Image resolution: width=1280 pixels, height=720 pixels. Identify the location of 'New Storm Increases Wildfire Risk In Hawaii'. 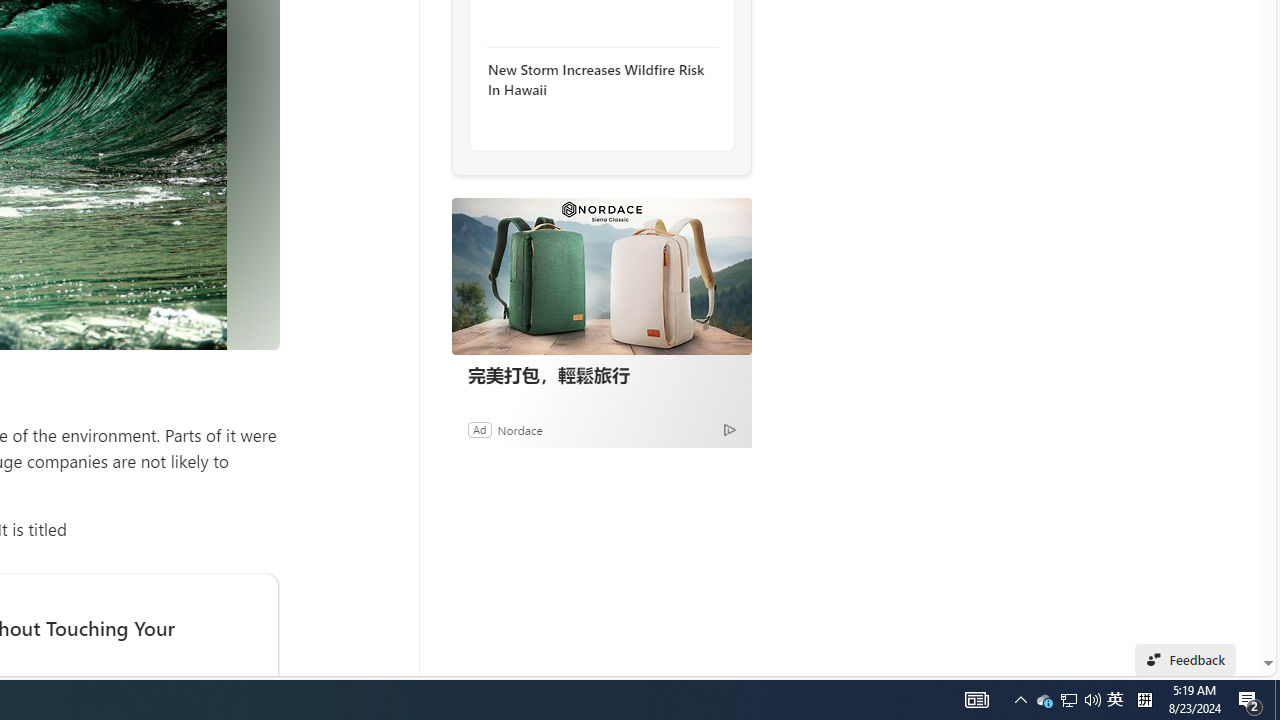
(595, 78).